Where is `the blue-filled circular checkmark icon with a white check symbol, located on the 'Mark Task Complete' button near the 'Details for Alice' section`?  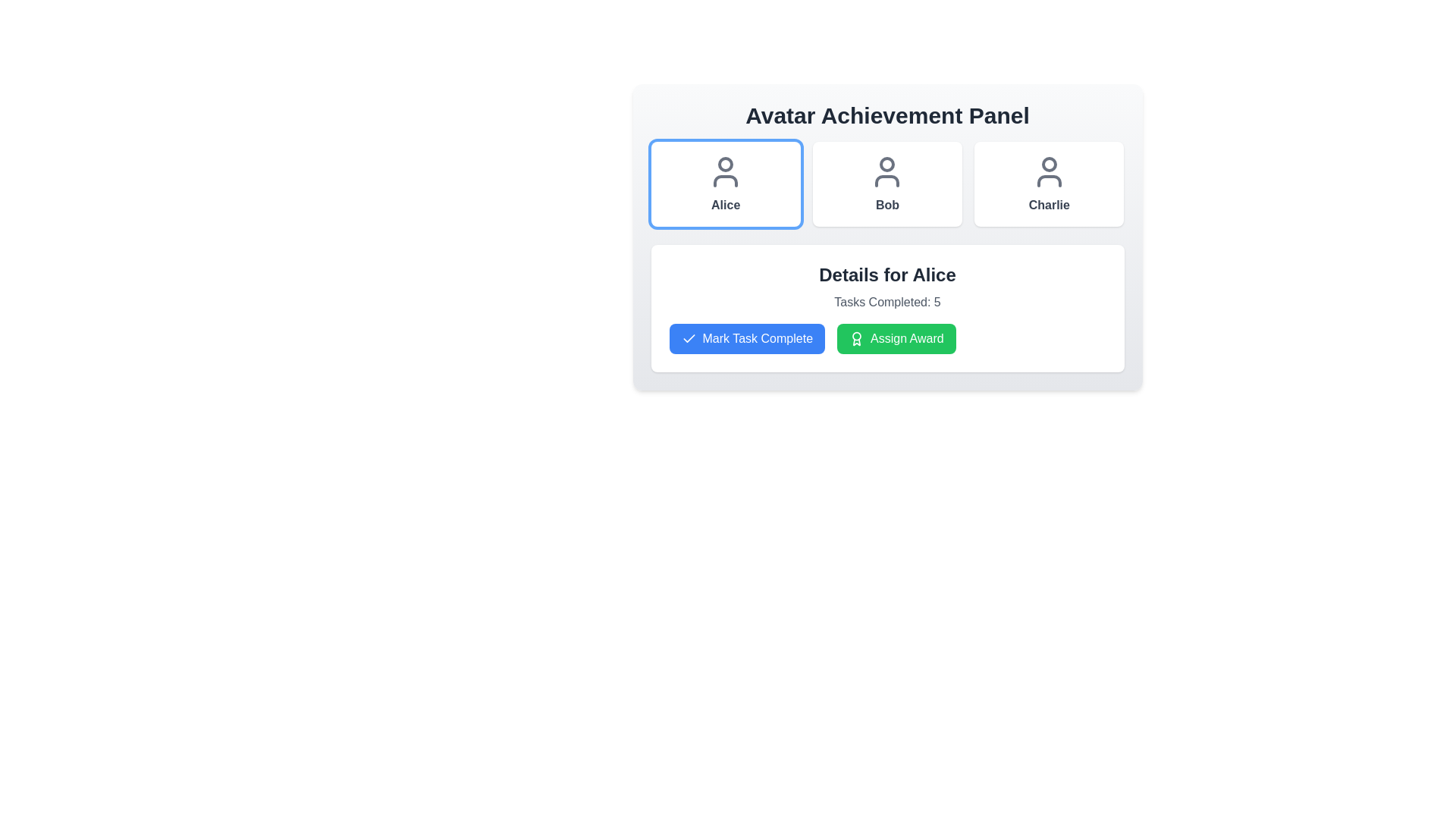 the blue-filled circular checkmark icon with a white check symbol, located on the 'Mark Task Complete' button near the 'Details for Alice' section is located at coordinates (688, 338).